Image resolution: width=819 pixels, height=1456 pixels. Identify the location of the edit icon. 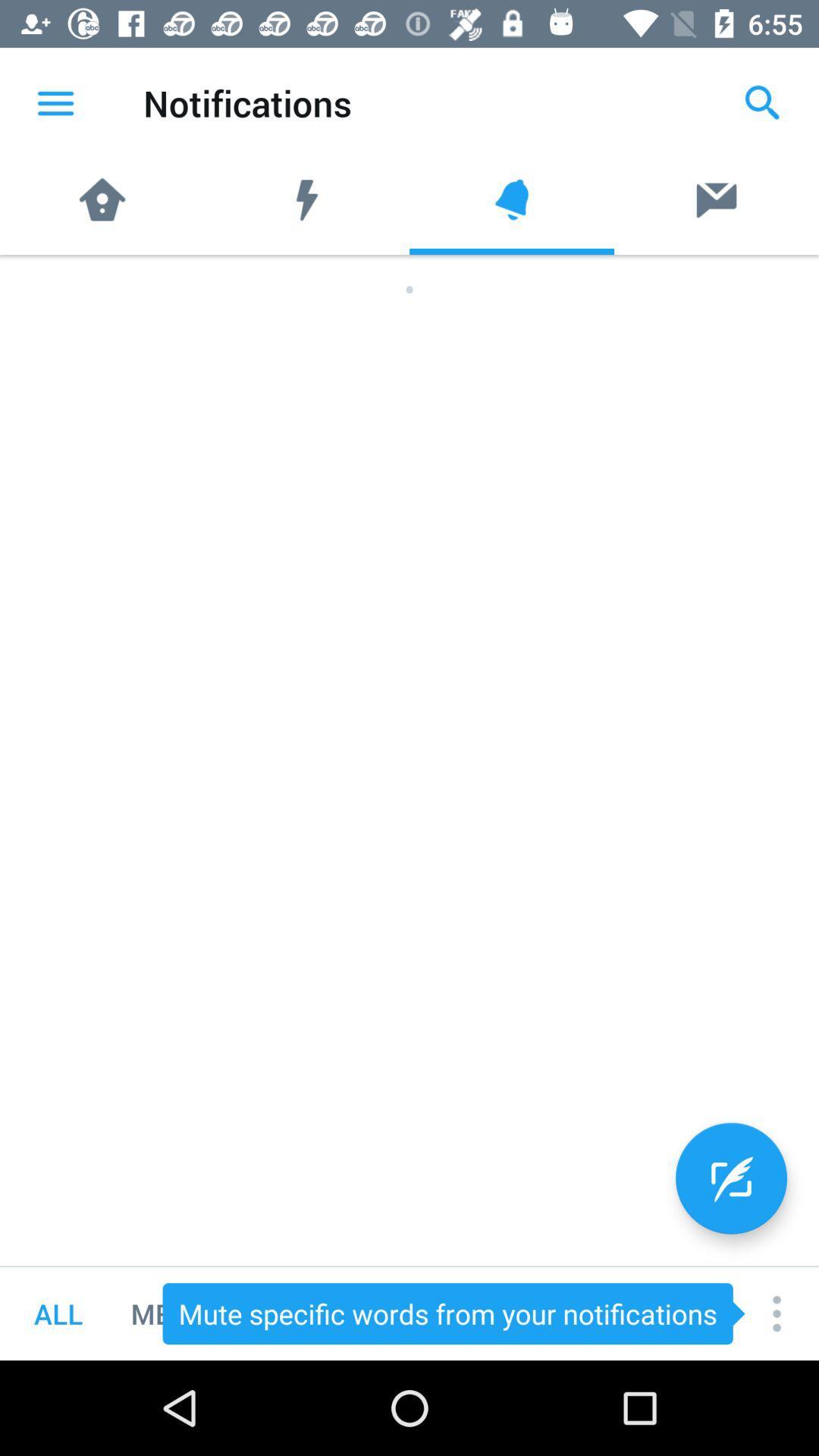
(730, 1178).